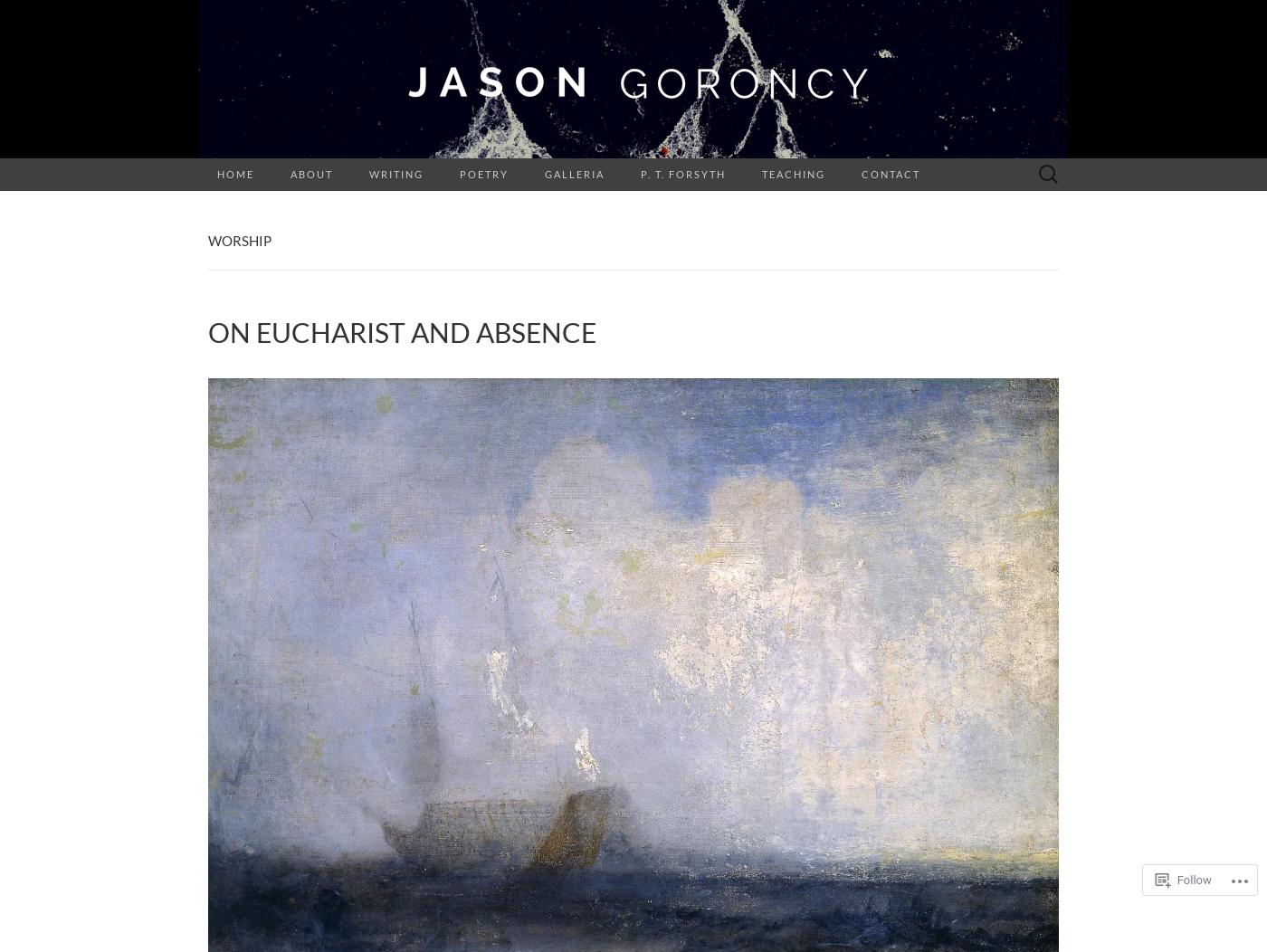  Describe the element at coordinates (483, 174) in the screenshot. I see `'Poetry'` at that location.